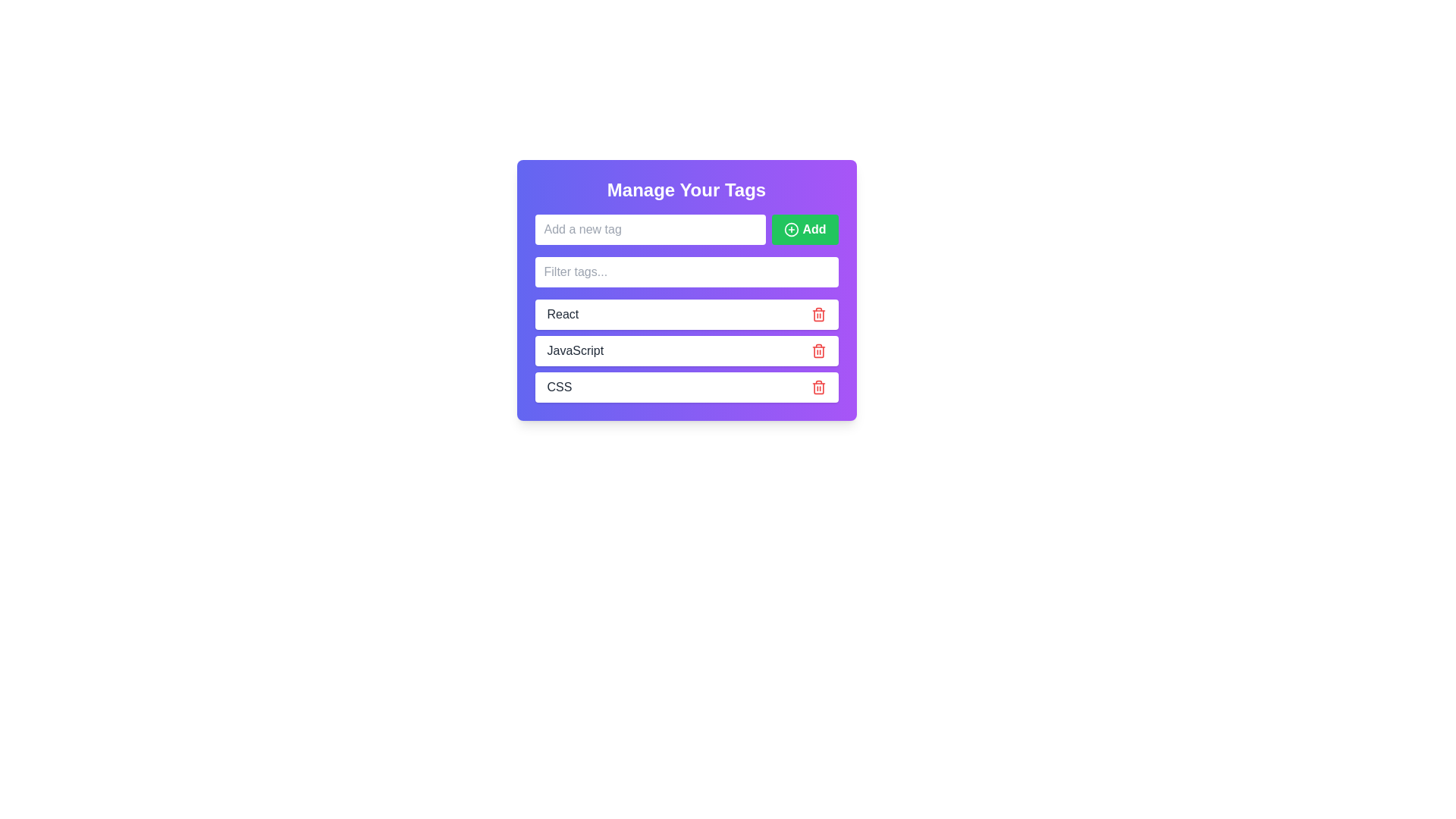 The image size is (1456, 819). What do you see at coordinates (804, 230) in the screenshot?
I see `the green 'Add' button with rounded corners and a plus-sign icon` at bounding box center [804, 230].